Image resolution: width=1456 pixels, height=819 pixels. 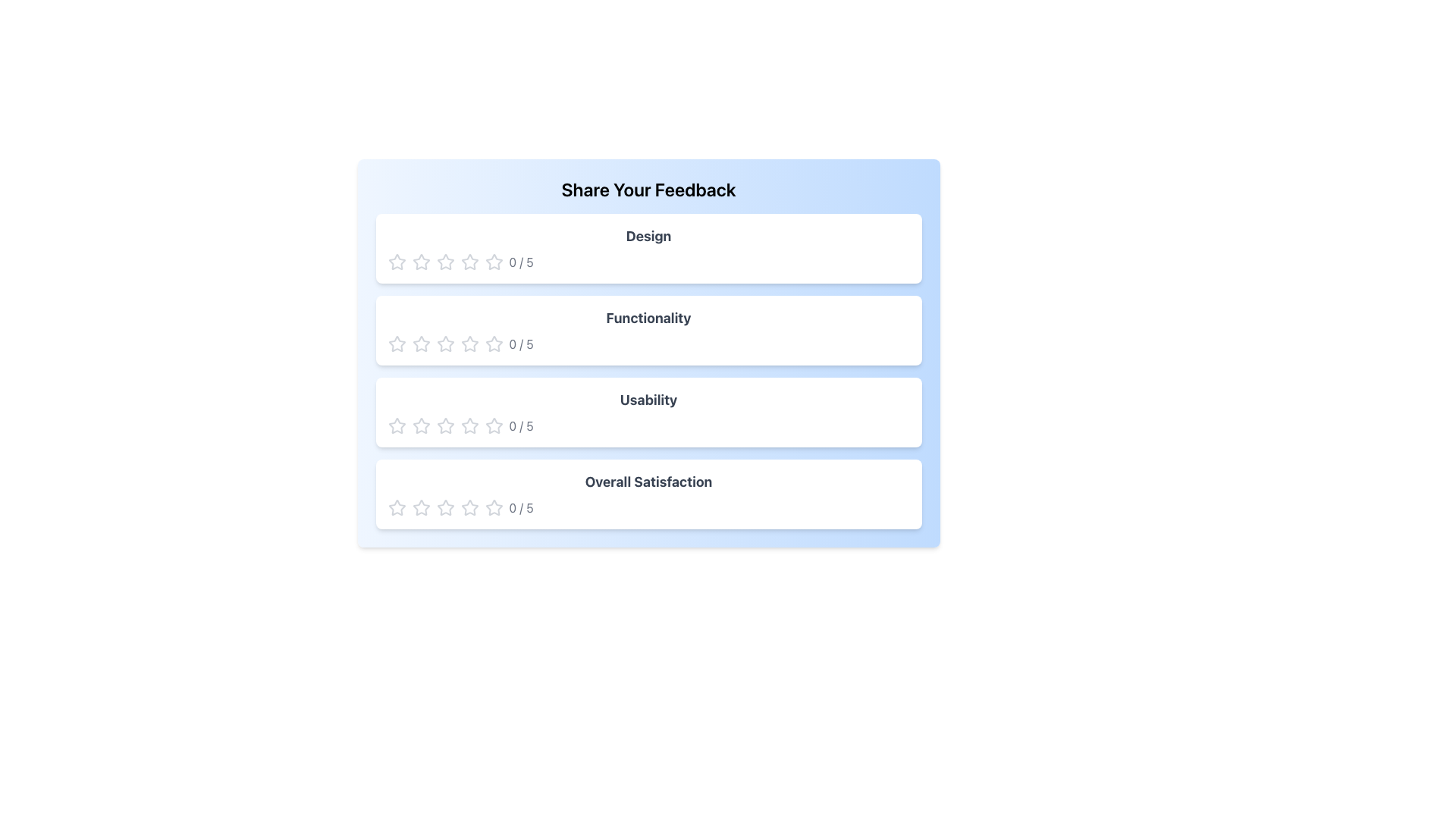 I want to click on text content of the Text Display element showing the rating information '0 / 5', which is styled with a gray font and positioned next to the rating icons for the 'Overall Satisfaction' category, so click(x=521, y=508).